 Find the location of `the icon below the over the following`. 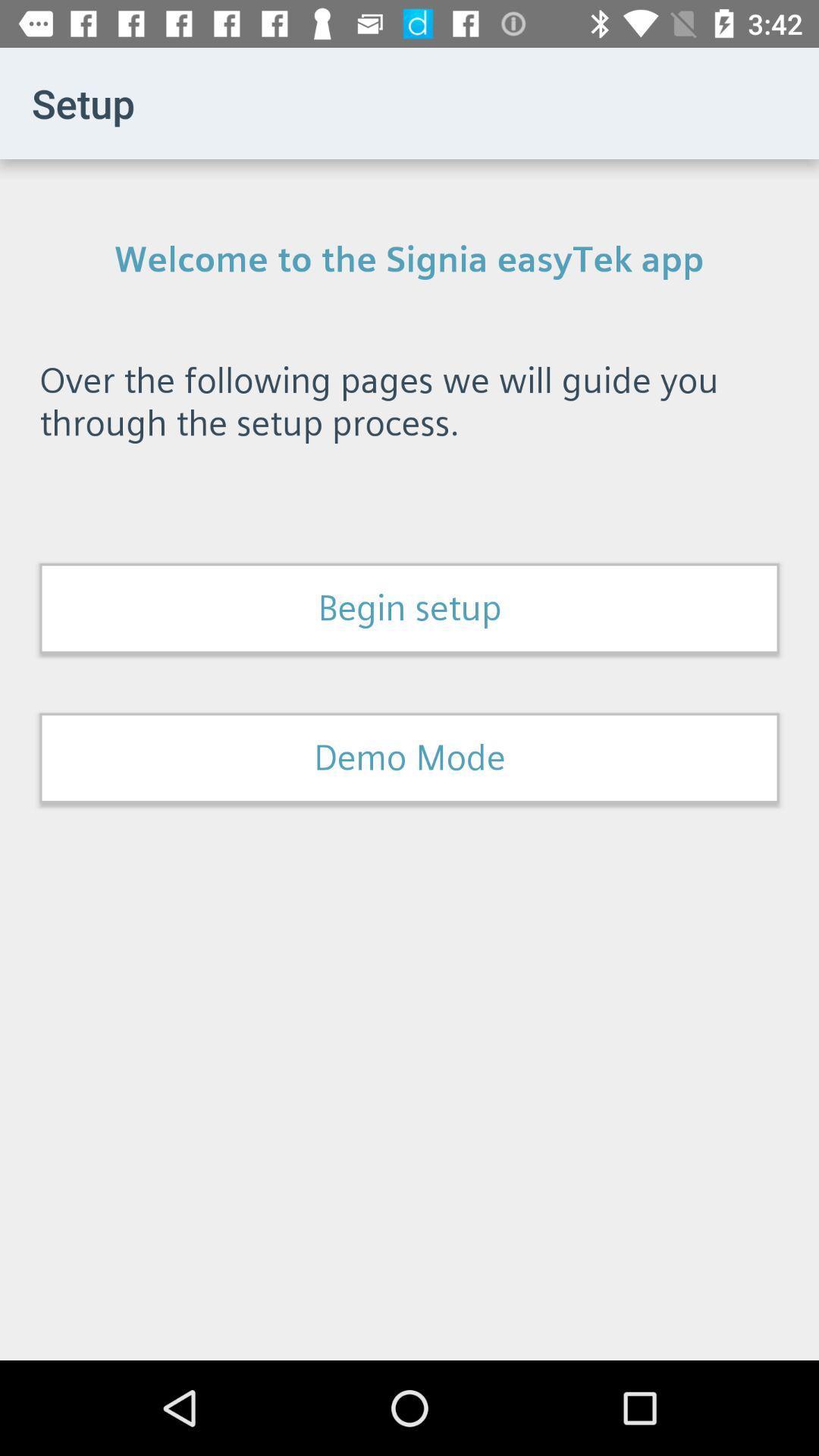

the icon below the over the following is located at coordinates (409, 608).